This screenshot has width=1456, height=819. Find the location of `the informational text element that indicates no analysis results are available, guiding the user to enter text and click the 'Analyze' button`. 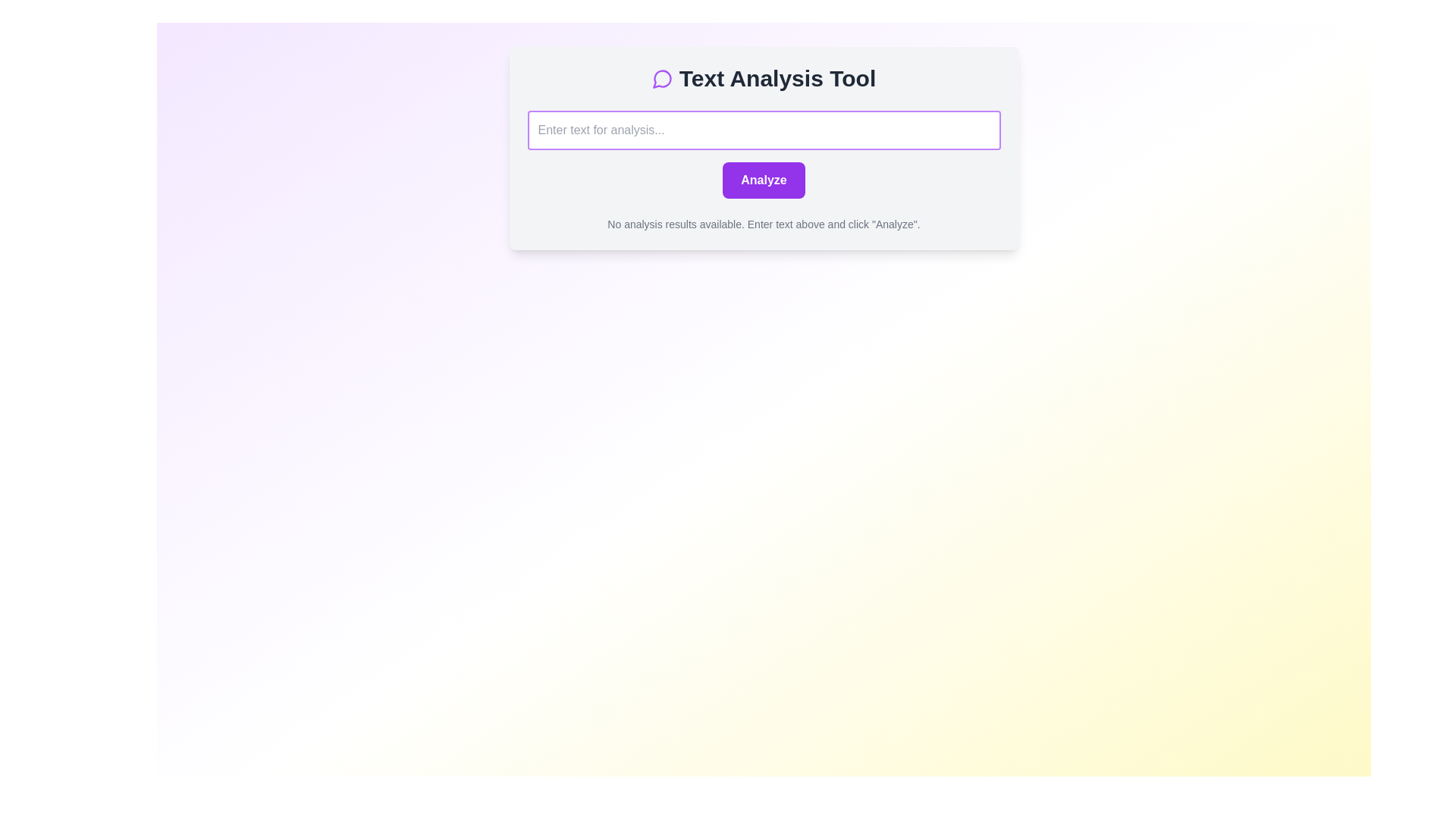

the informational text element that indicates no analysis results are available, guiding the user to enter text and click the 'Analyze' button is located at coordinates (764, 224).